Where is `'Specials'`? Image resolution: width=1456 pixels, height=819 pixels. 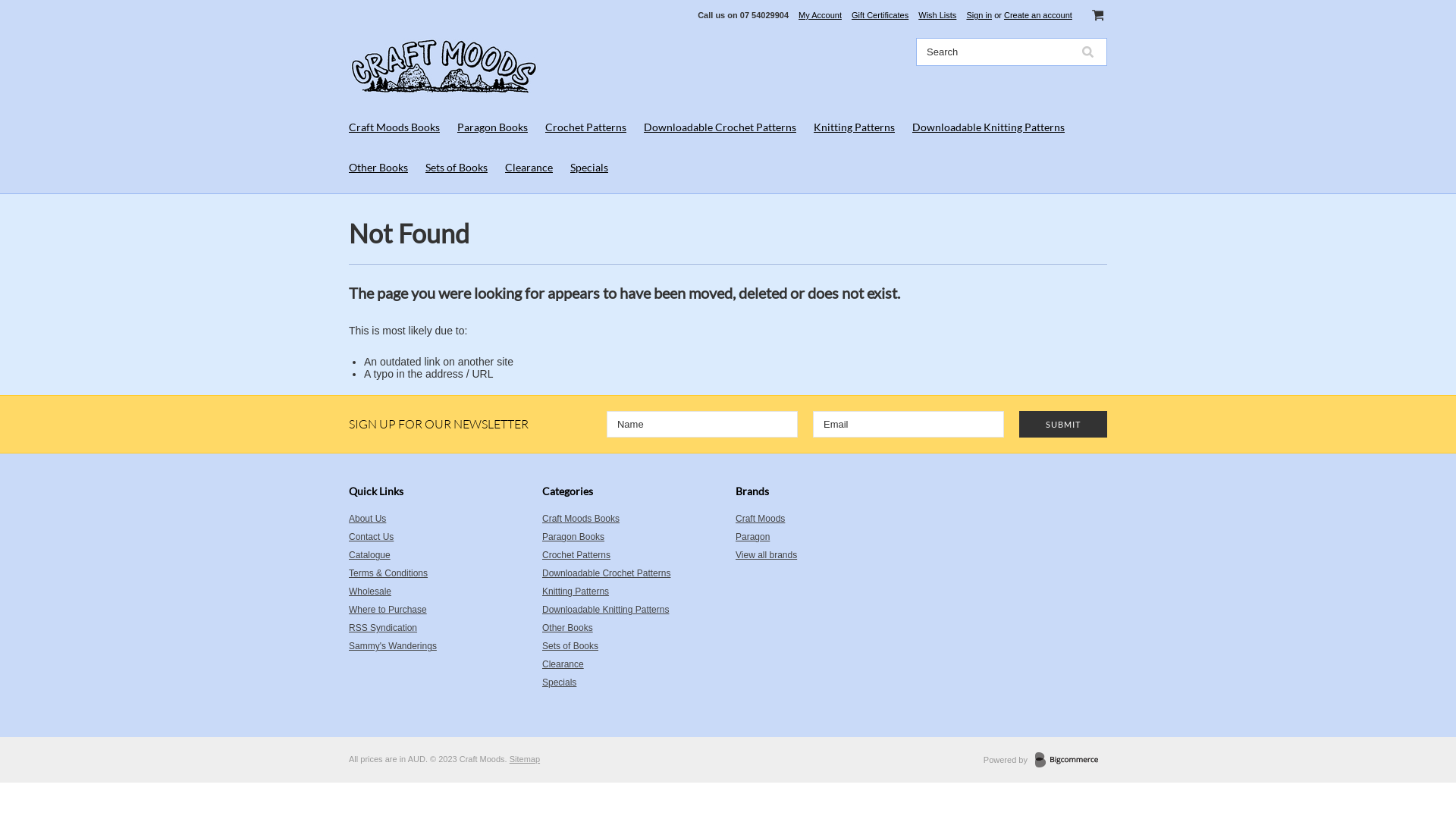 'Specials' is located at coordinates (588, 167).